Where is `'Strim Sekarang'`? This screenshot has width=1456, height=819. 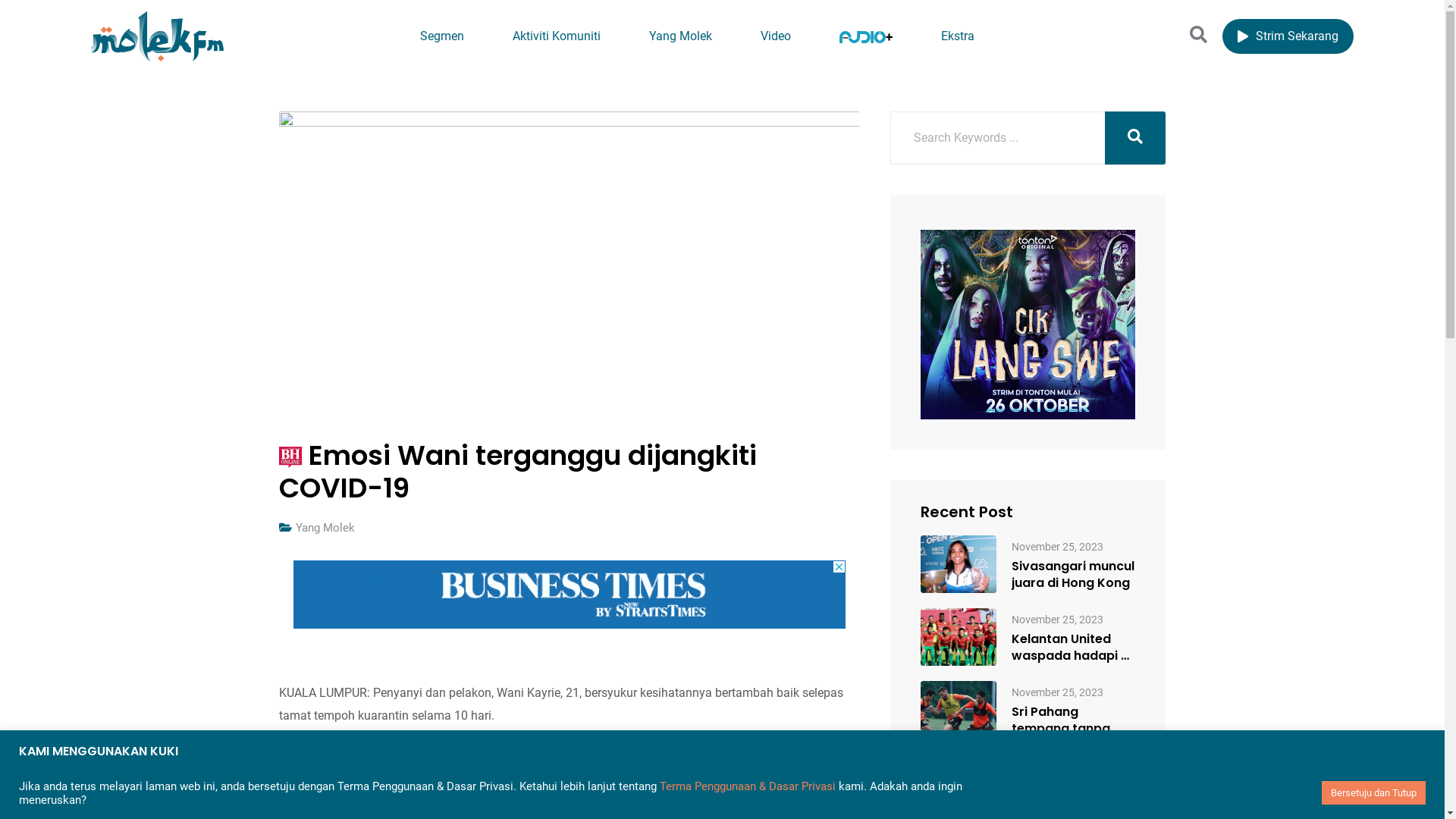 'Strim Sekarang' is located at coordinates (1287, 35).